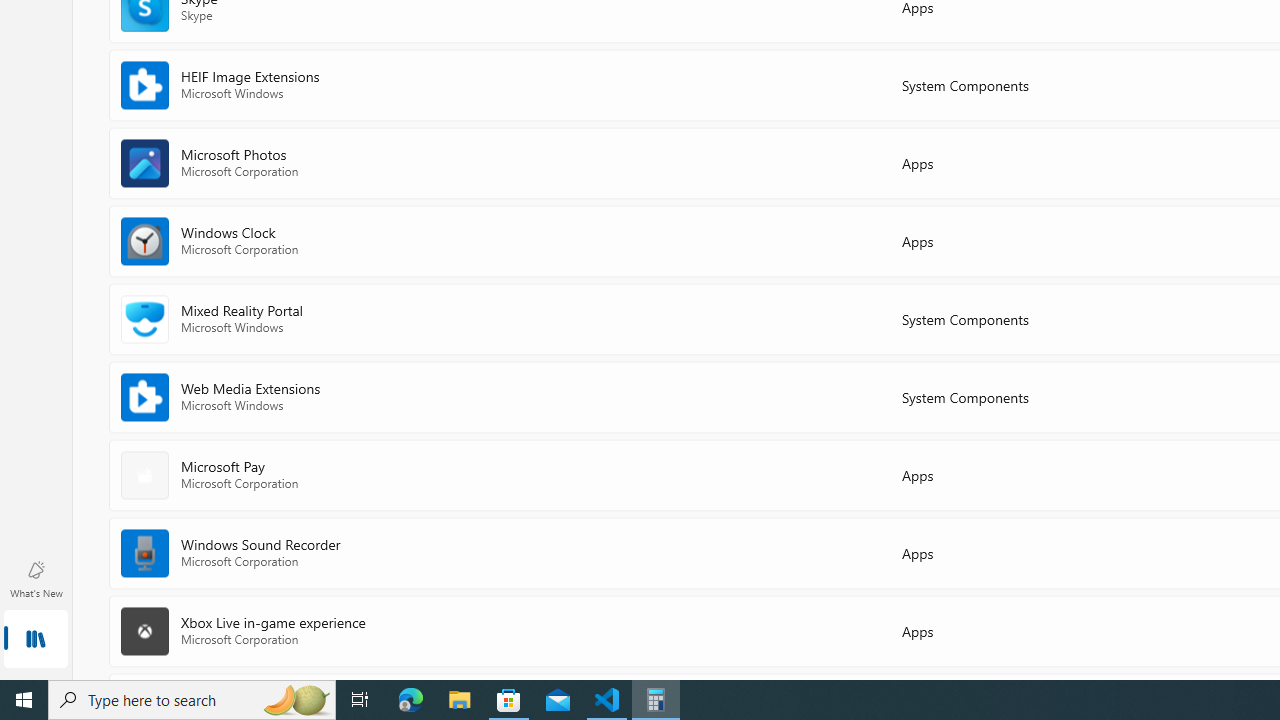  Describe the element at coordinates (509, 698) in the screenshot. I see `'Microsoft Store - 1 running window'` at that location.